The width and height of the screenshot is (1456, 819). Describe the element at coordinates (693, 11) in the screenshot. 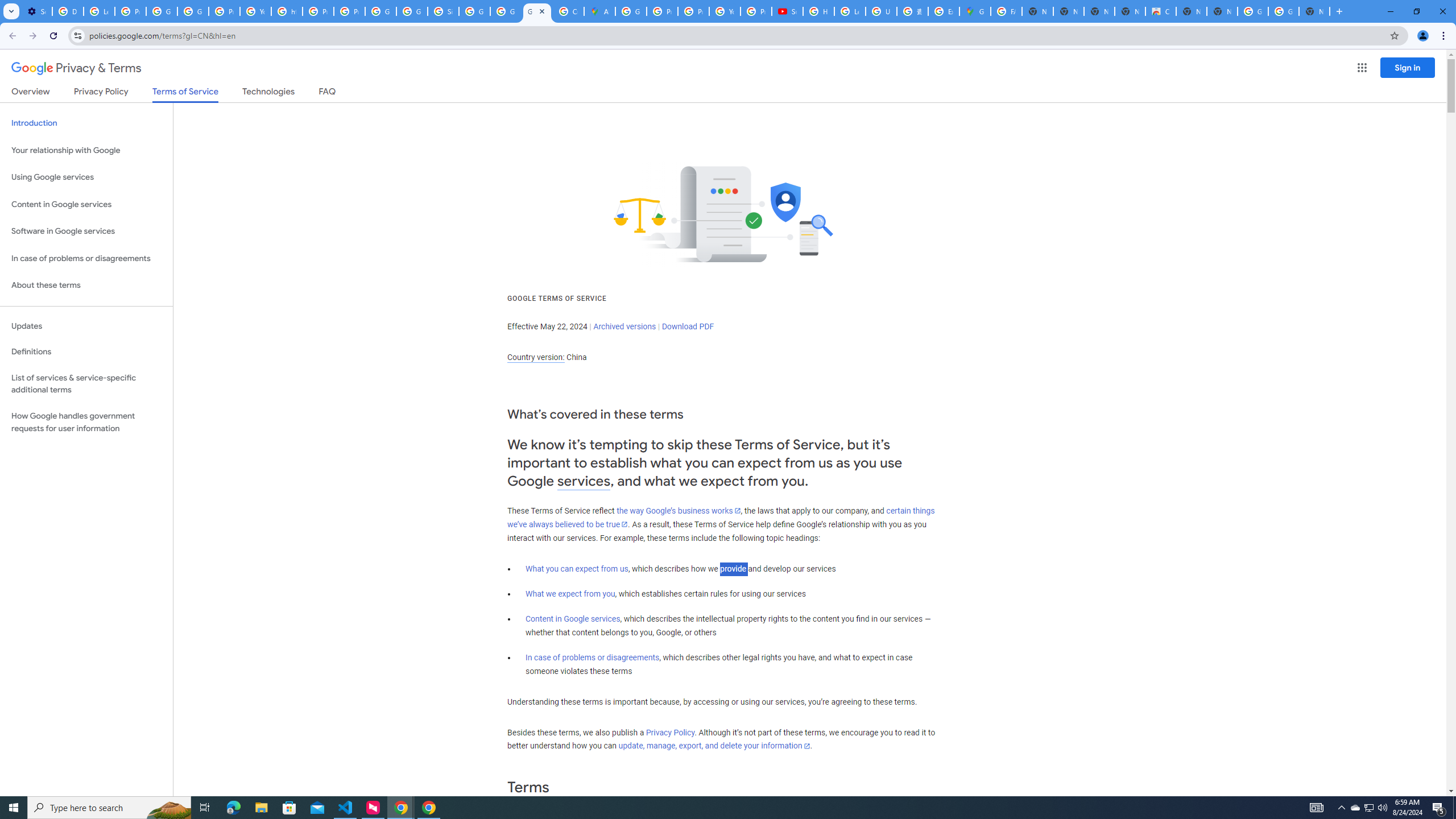

I see `'Privacy Help Center - Policies Help'` at that location.